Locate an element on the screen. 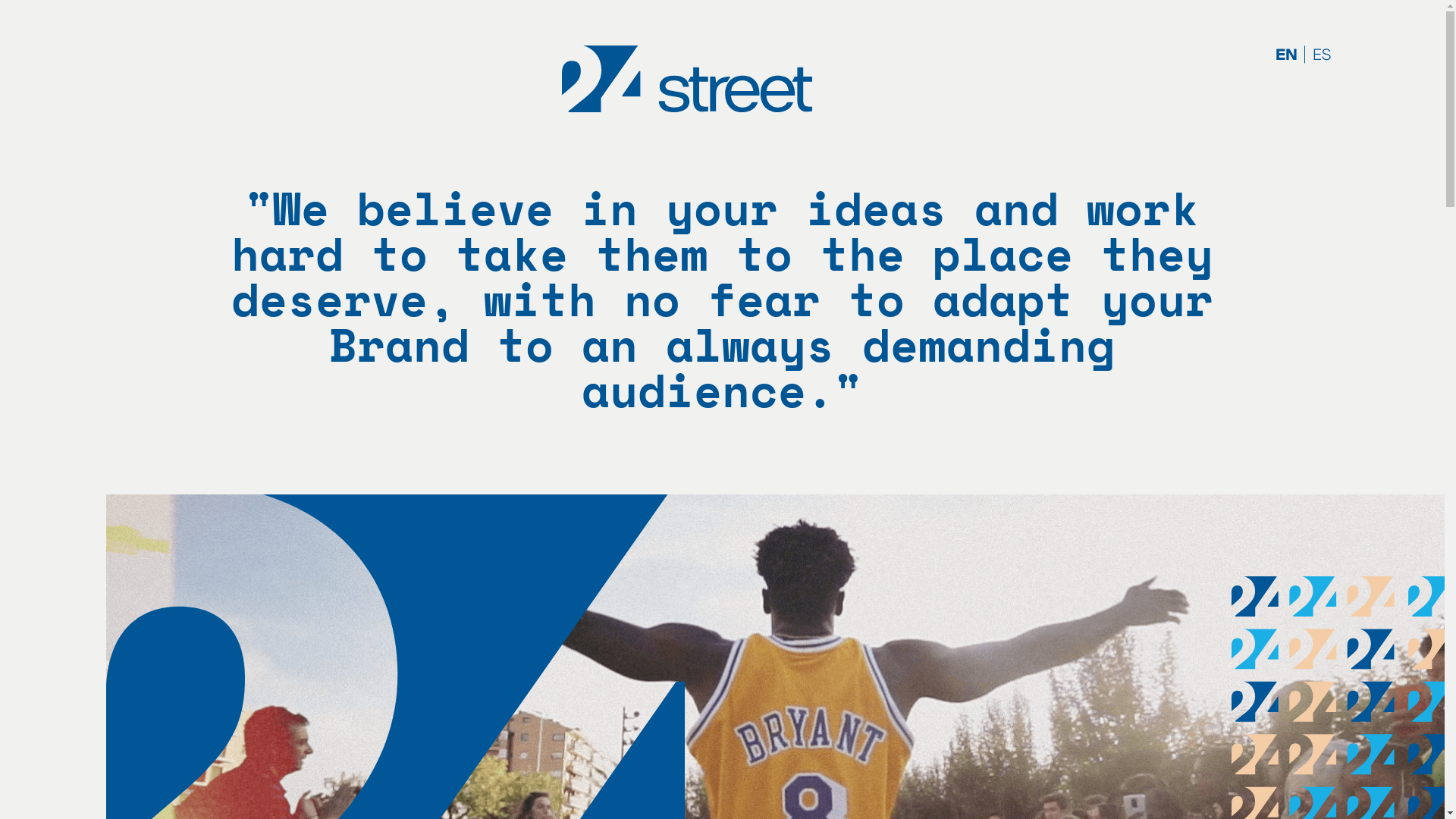  'EN' is located at coordinates (1285, 54).